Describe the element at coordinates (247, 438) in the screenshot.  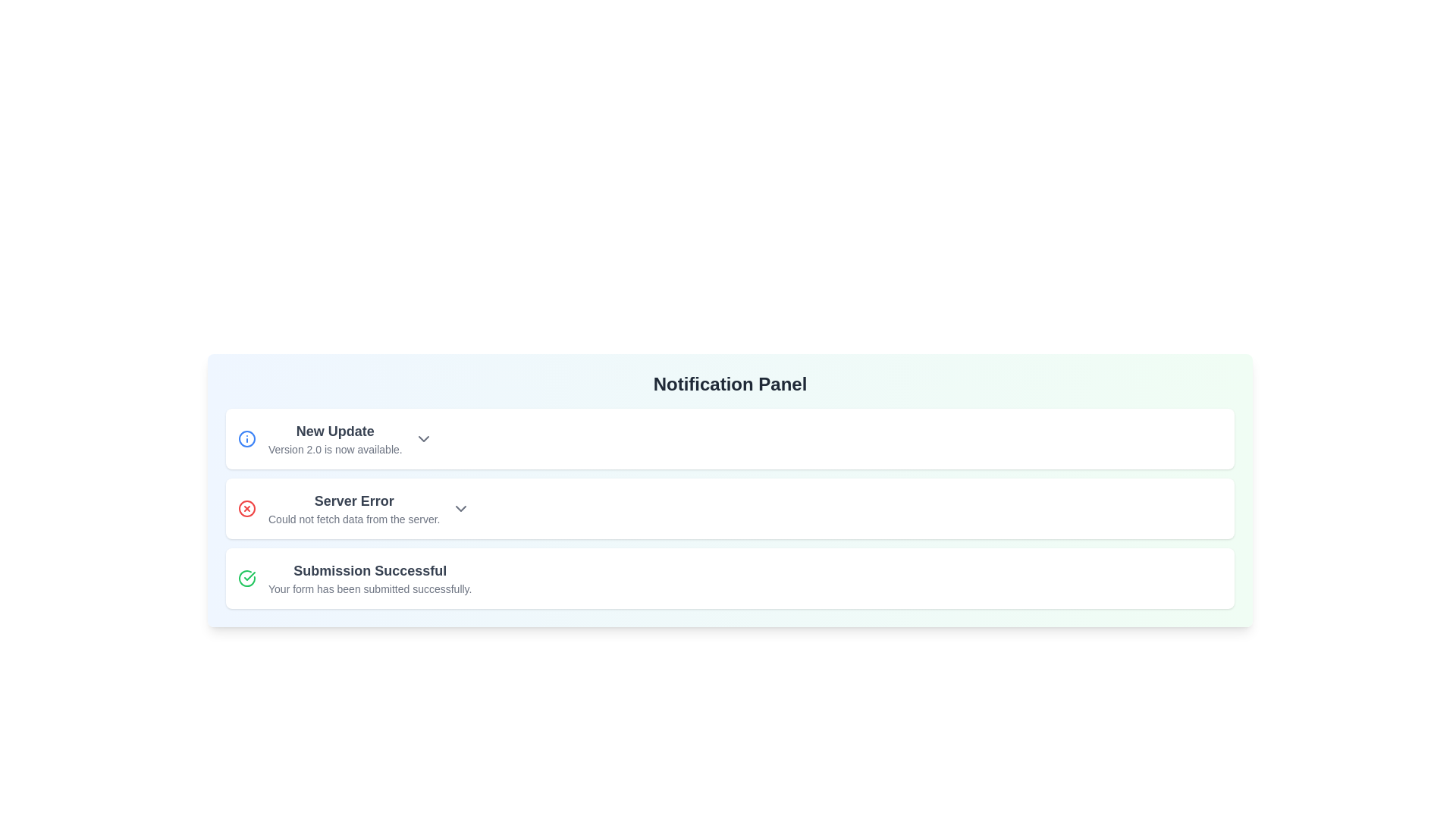
I see `the circular 'info' icon with a blue outline located to the left of the 'New Update' label in the first notification entry of the notification panel` at that location.